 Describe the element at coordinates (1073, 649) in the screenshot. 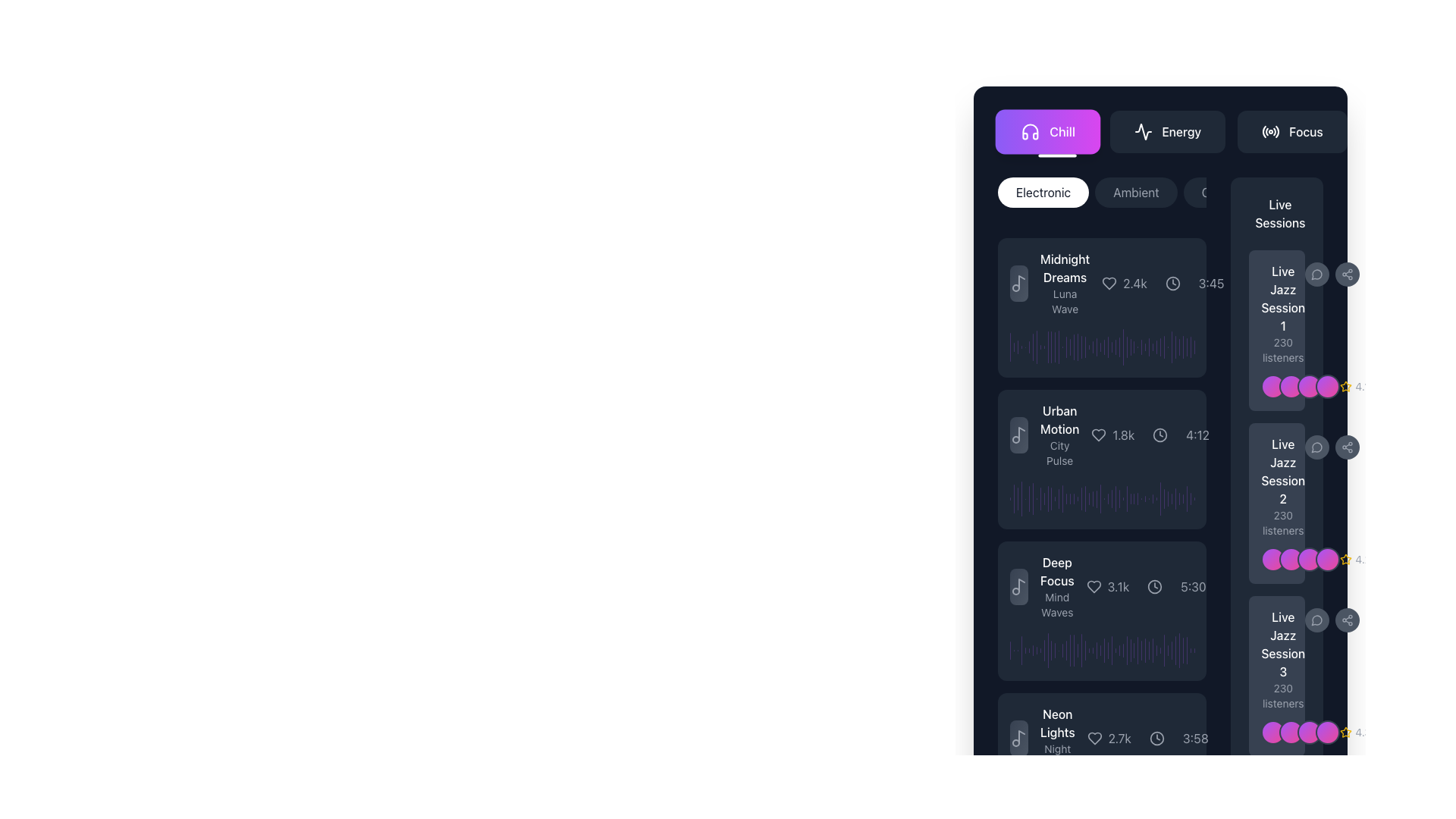

I see `the Visual Indicator (Vertical Bar) located in the 18th position from the left in a horizontal array of similar bars at the far right` at that location.